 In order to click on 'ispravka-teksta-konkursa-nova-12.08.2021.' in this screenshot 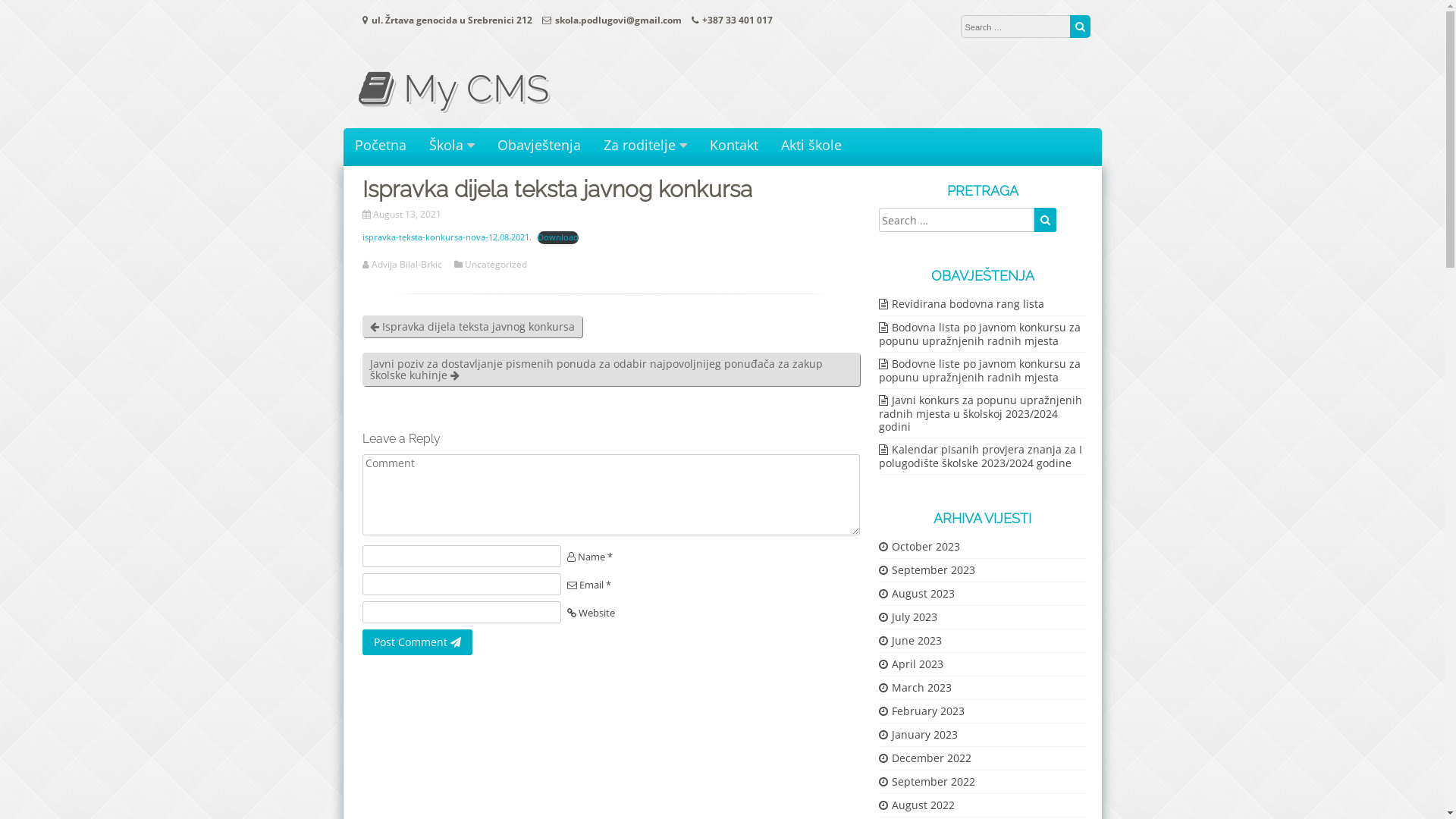, I will do `click(446, 237)`.